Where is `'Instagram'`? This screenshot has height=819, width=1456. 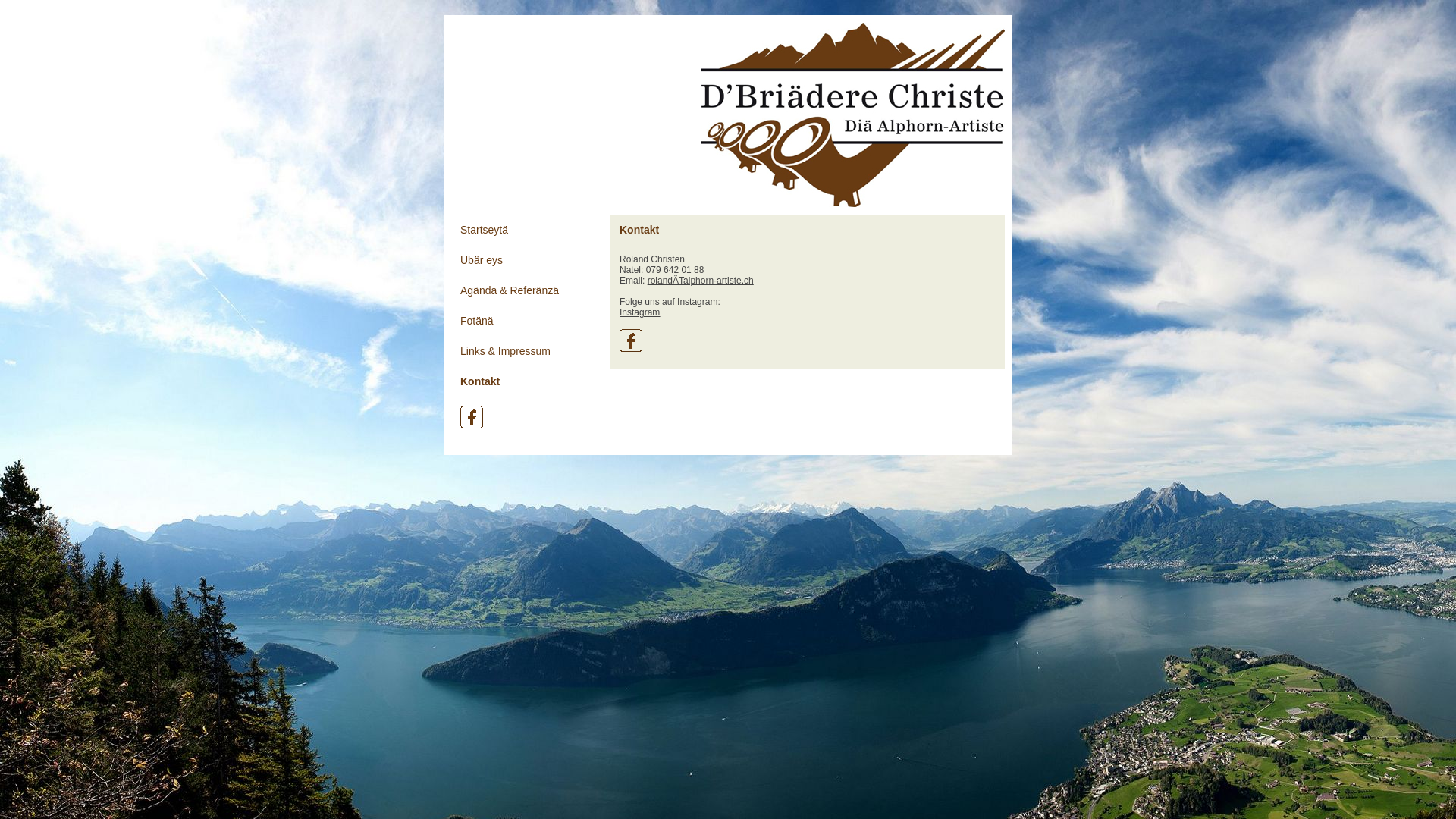
'Instagram' is located at coordinates (639, 312).